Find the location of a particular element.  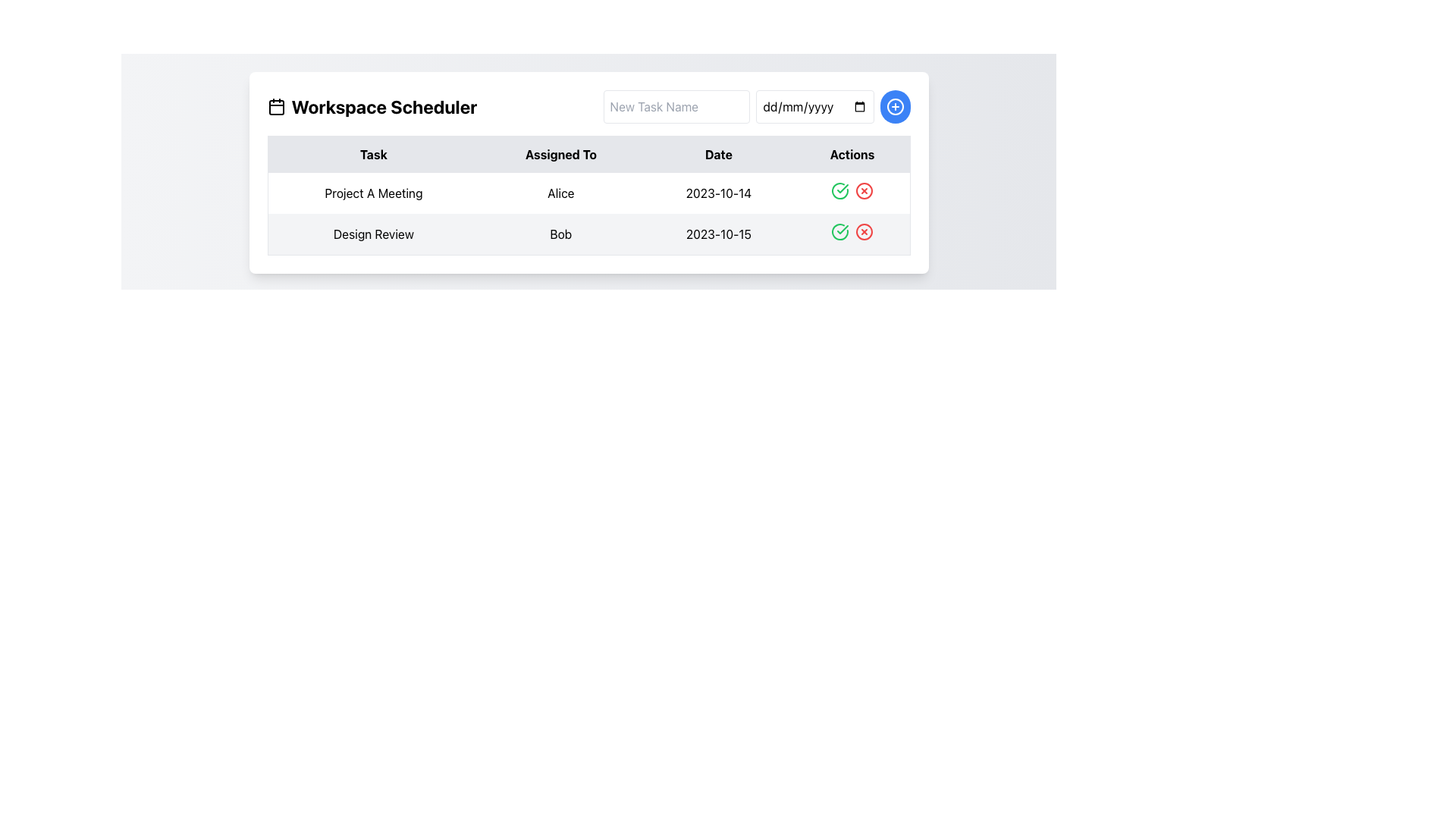

the 'Cancel' button in the 'Actions' column for the 'Design Review' task is located at coordinates (864, 231).